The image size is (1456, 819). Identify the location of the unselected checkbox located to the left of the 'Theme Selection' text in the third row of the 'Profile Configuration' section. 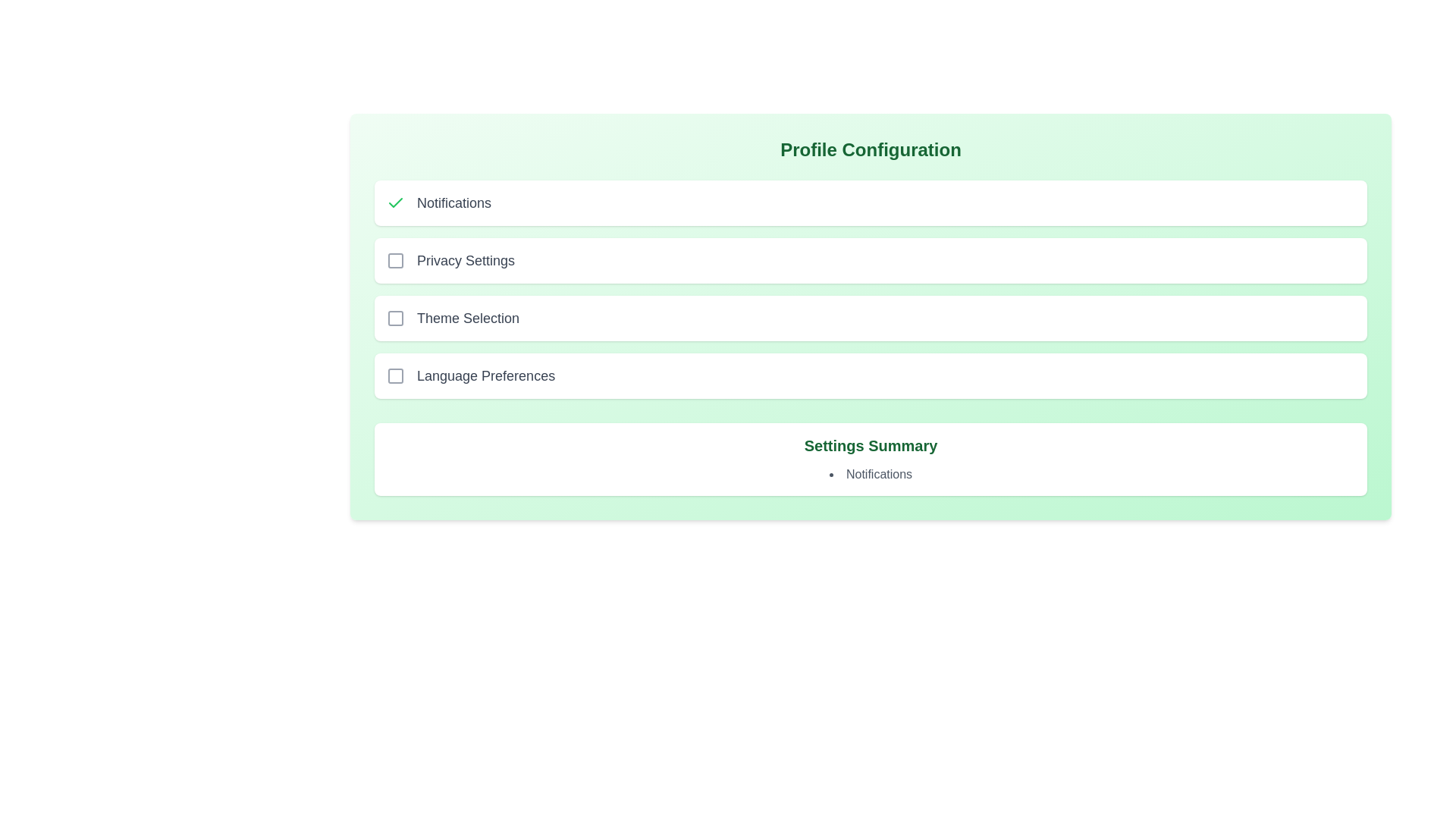
(396, 318).